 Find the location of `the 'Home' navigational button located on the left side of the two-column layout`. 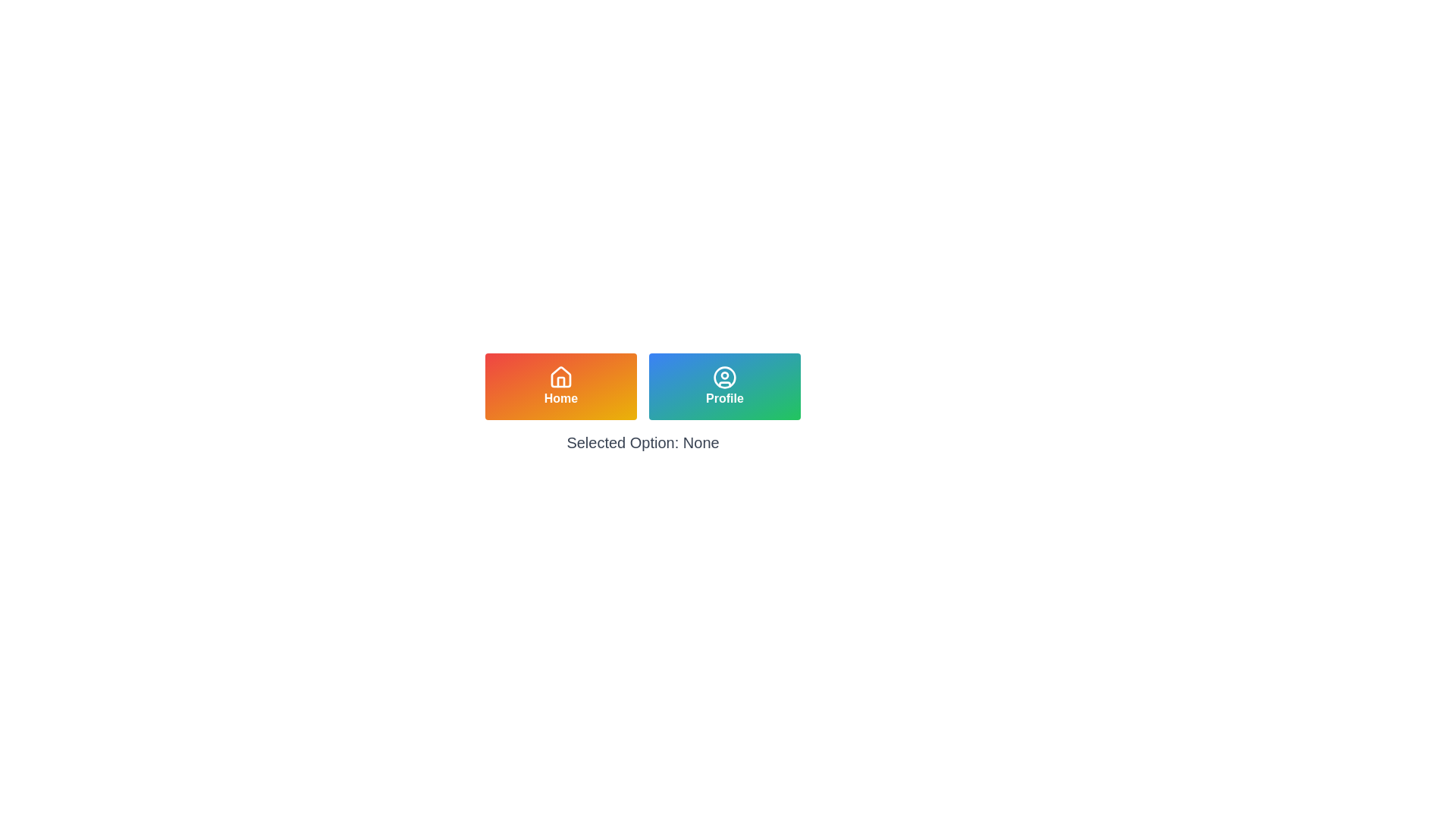

the 'Home' navigational button located on the left side of the two-column layout is located at coordinates (560, 385).